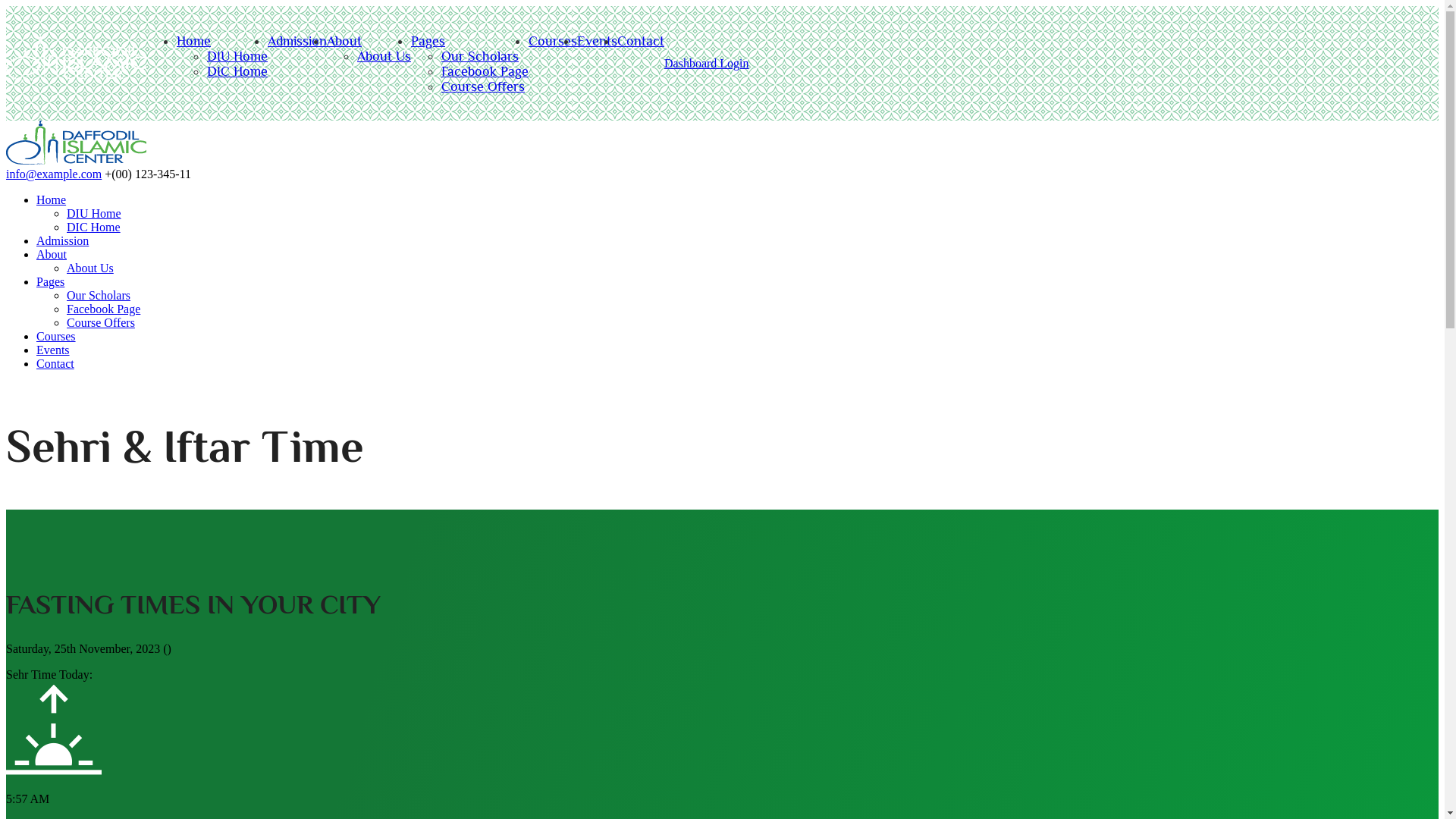 The image size is (1456, 819). Describe the element at coordinates (36, 281) in the screenshot. I see `'Pages'` at that location.